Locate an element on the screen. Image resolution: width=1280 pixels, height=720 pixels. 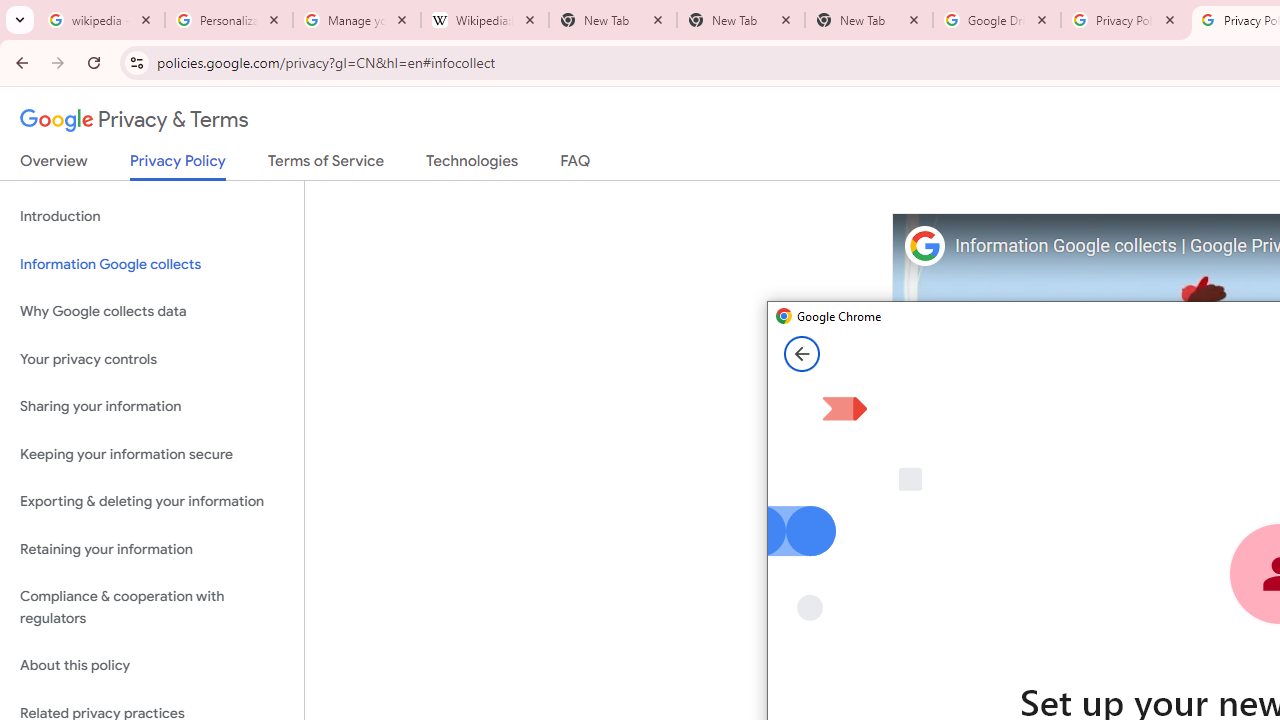
'Sharing your information' is located at coordinates (151, 406).